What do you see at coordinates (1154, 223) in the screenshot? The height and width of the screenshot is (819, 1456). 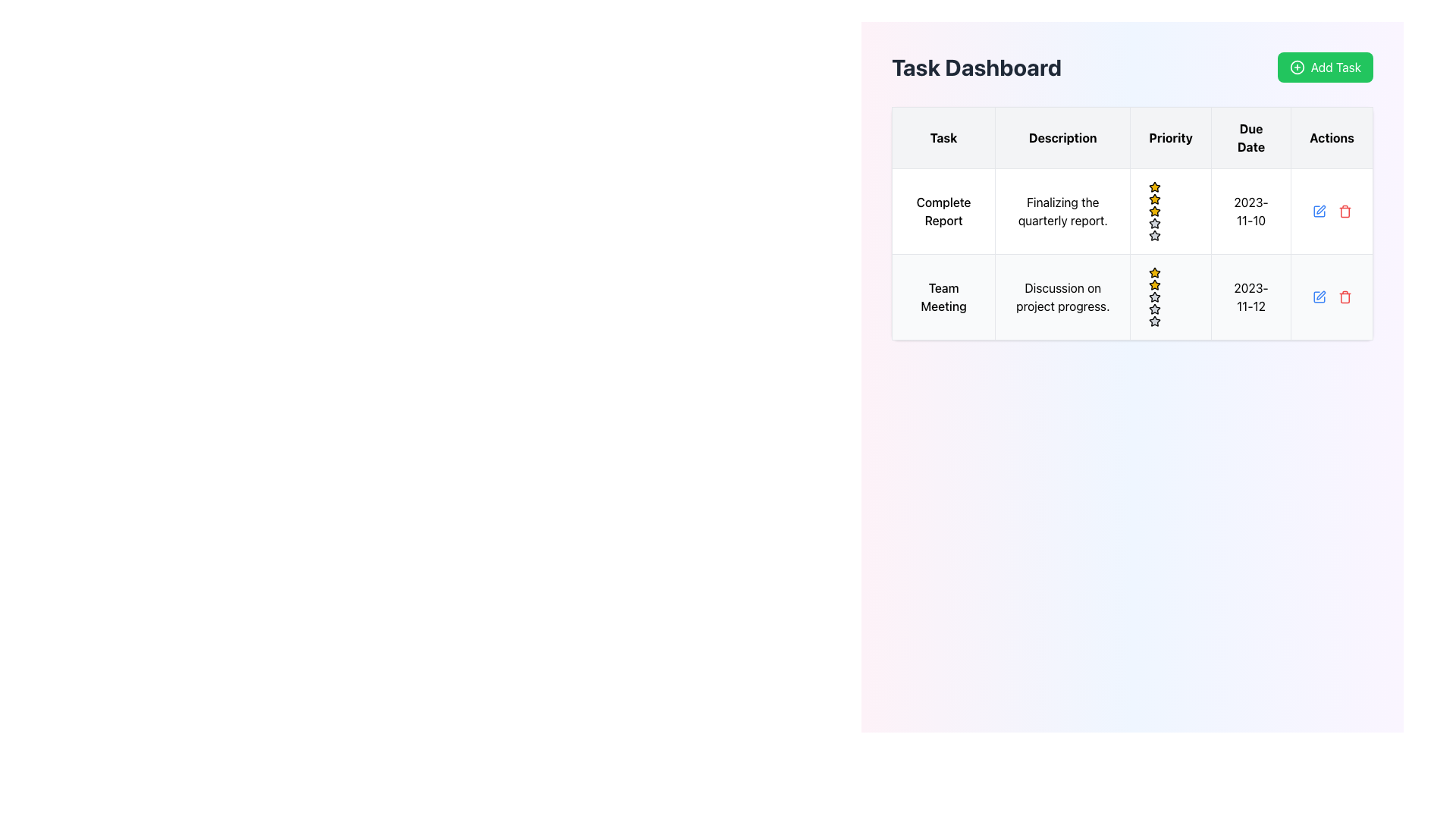 I see `the star icon representing the third level of priority rating in the 'Complete Report' row under the 'Priority' column` at bounding box center [1154, 223].